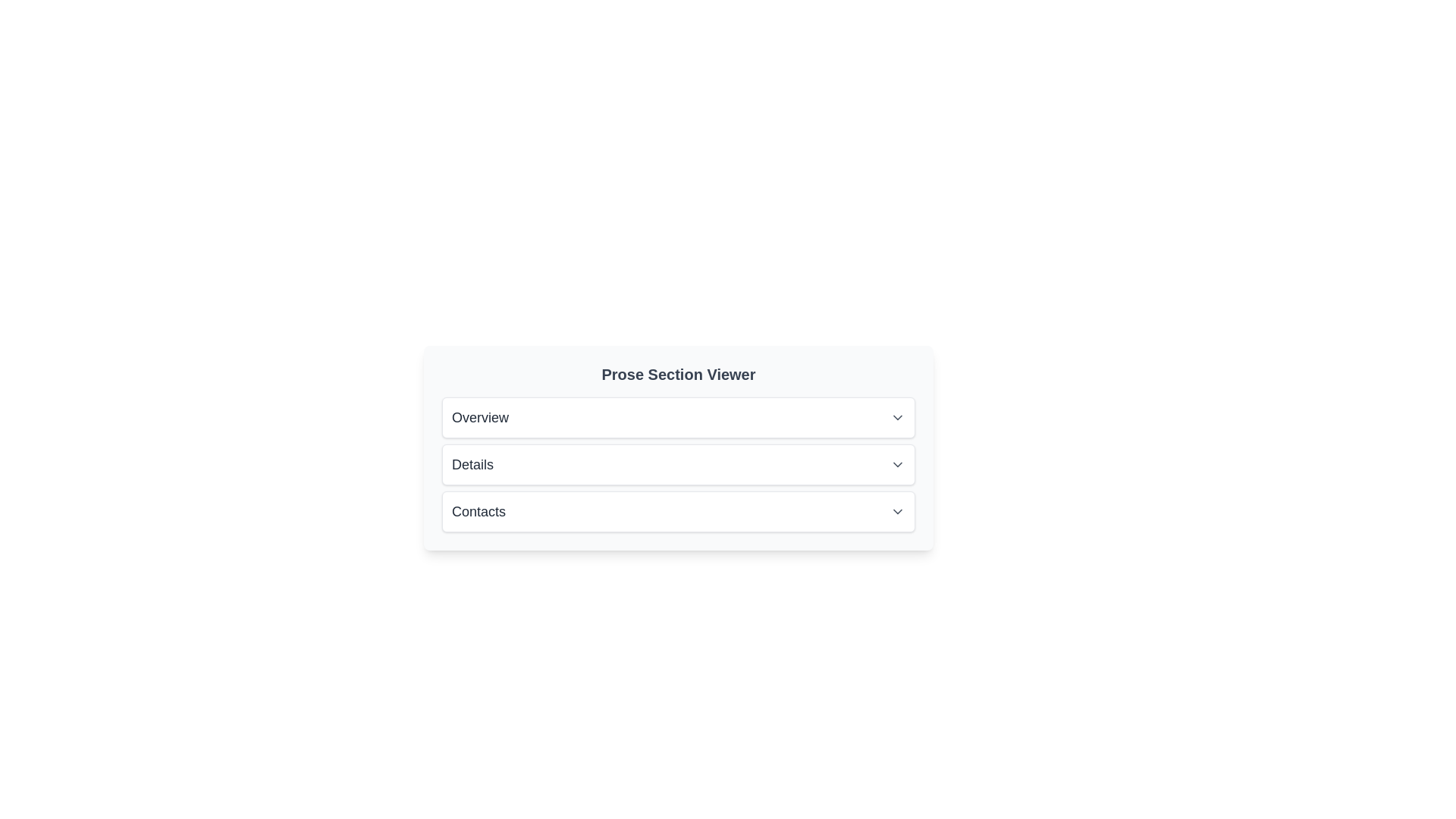 This screenshot has height=819, width=1456. What do you see at coordinates (472, 464) in the screenshot?
I see `text label displaying 'Details' which is styled with a larger font and medium weight in dark gray, located in the middle section of a navigation interface` at bounding box center [472, 464].